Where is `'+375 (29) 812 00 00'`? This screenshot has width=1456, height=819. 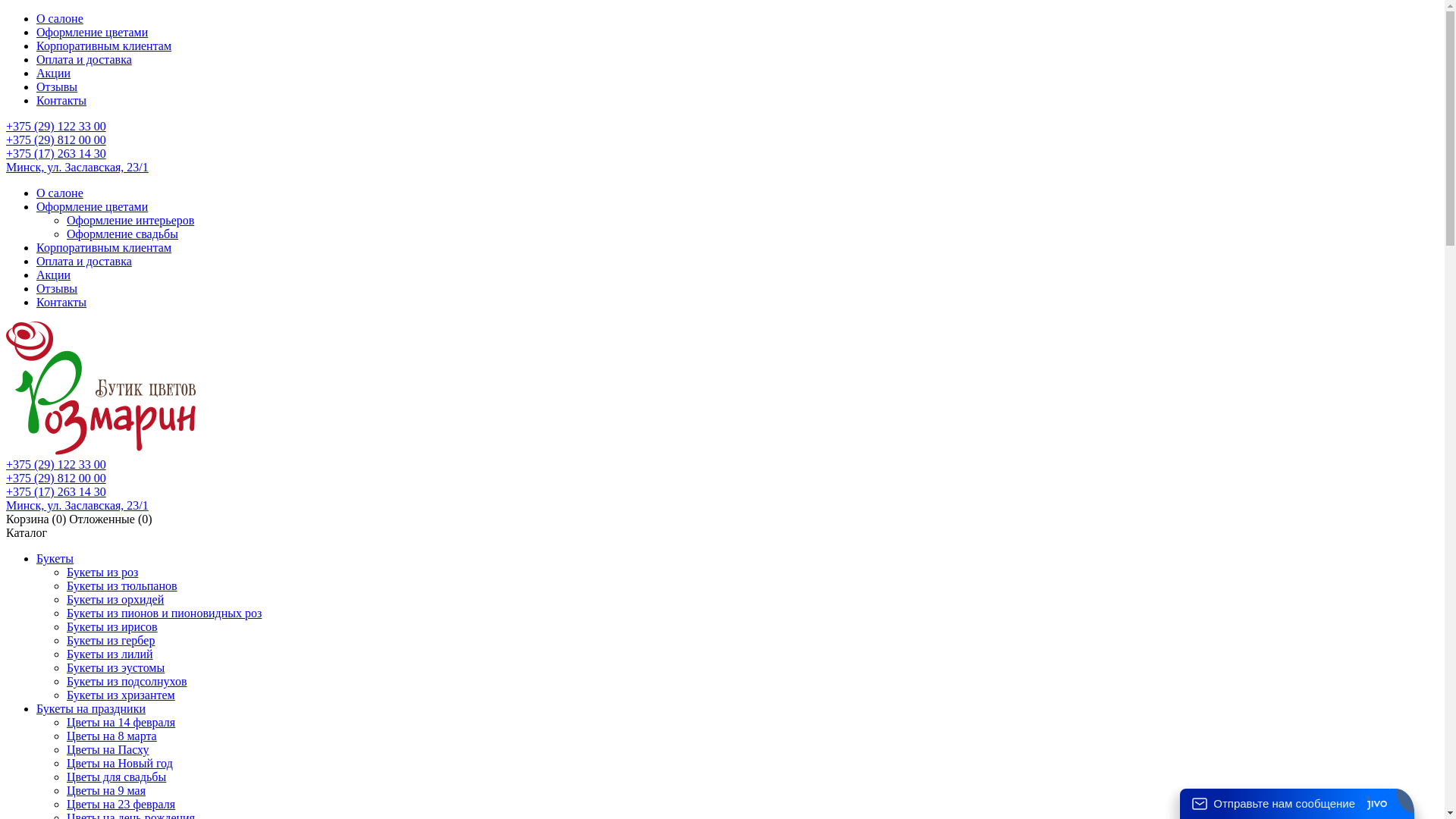
'+375 (29) 812 00 00' is located at coordinates (55, 478).